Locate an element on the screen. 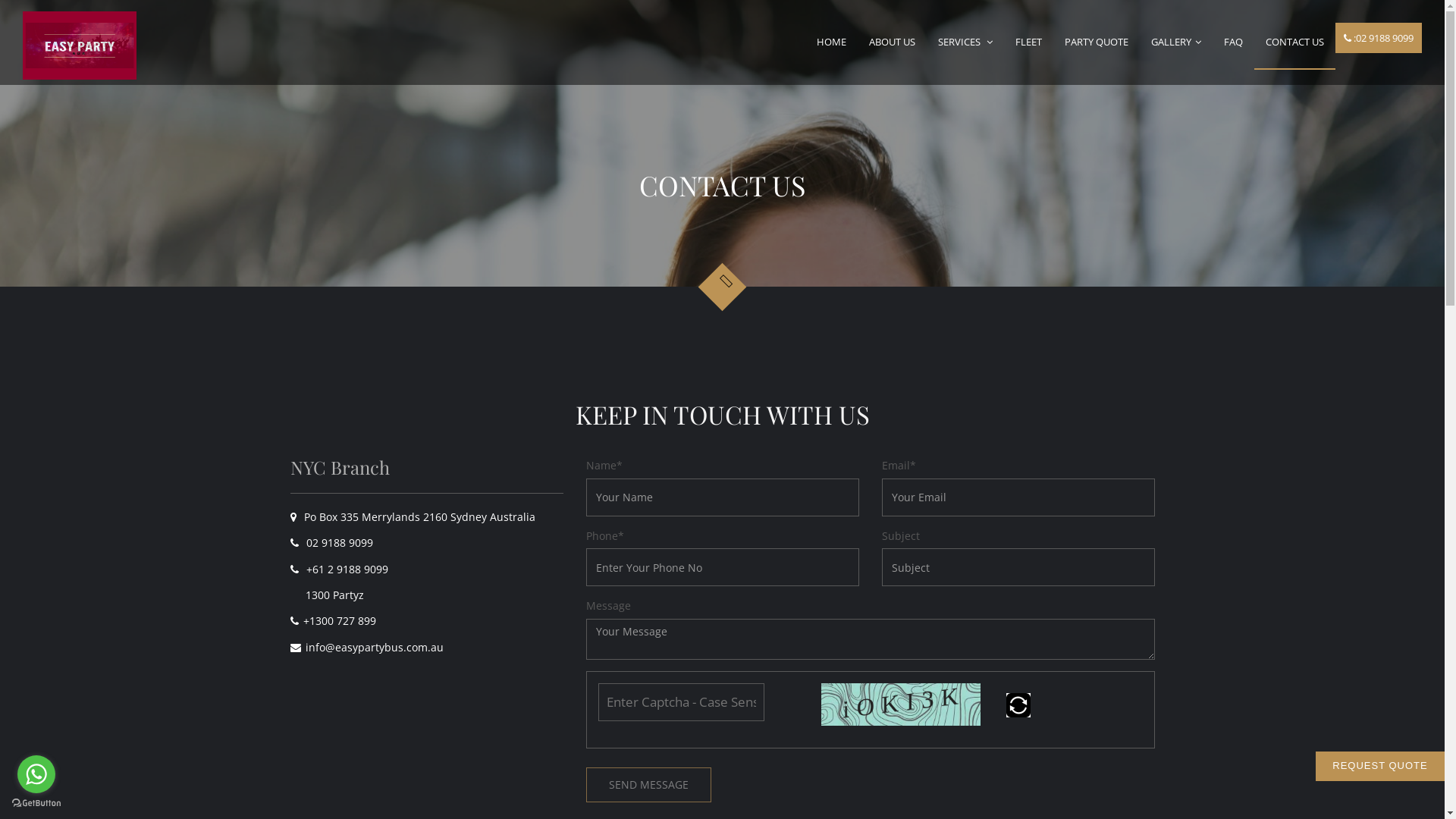  'info@easypartybus.com.au' is located at coordinates (304, 647).